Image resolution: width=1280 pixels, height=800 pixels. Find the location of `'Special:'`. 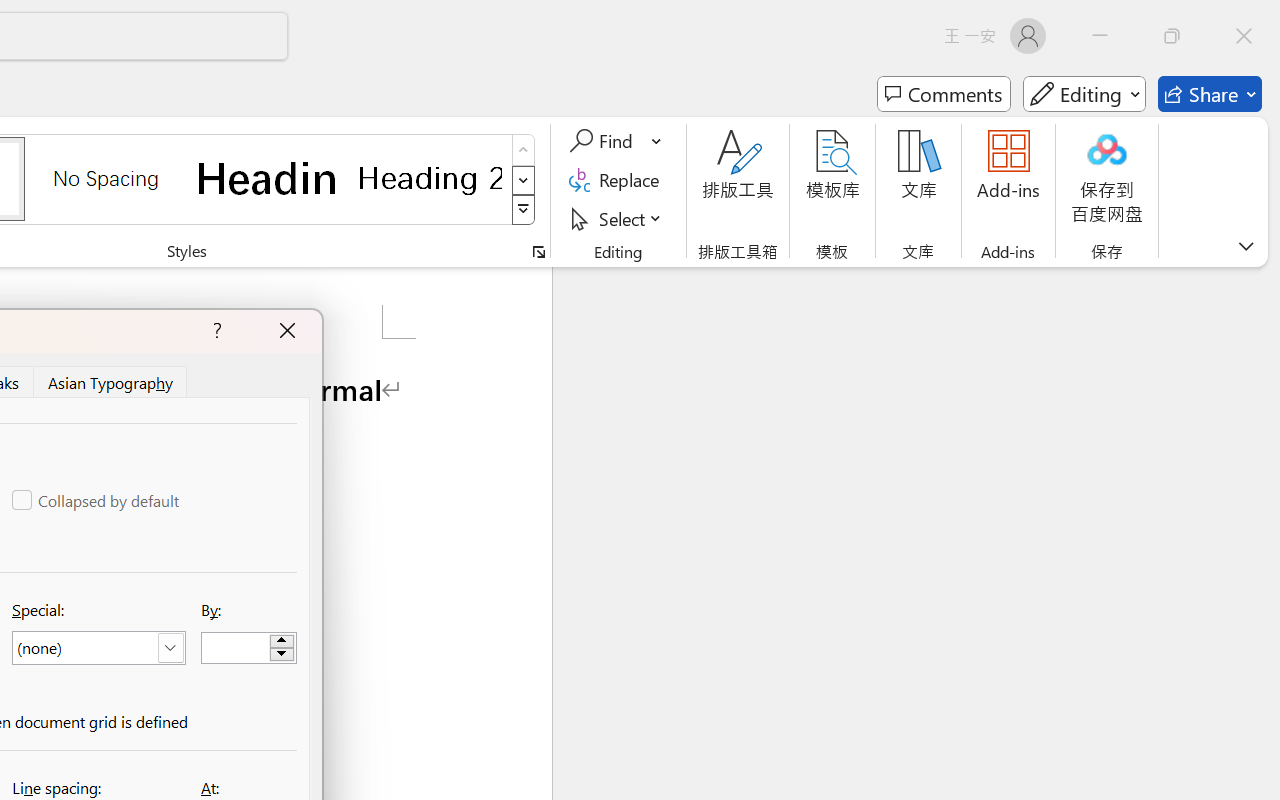

'Special:' is located at coordinates (97, 647).